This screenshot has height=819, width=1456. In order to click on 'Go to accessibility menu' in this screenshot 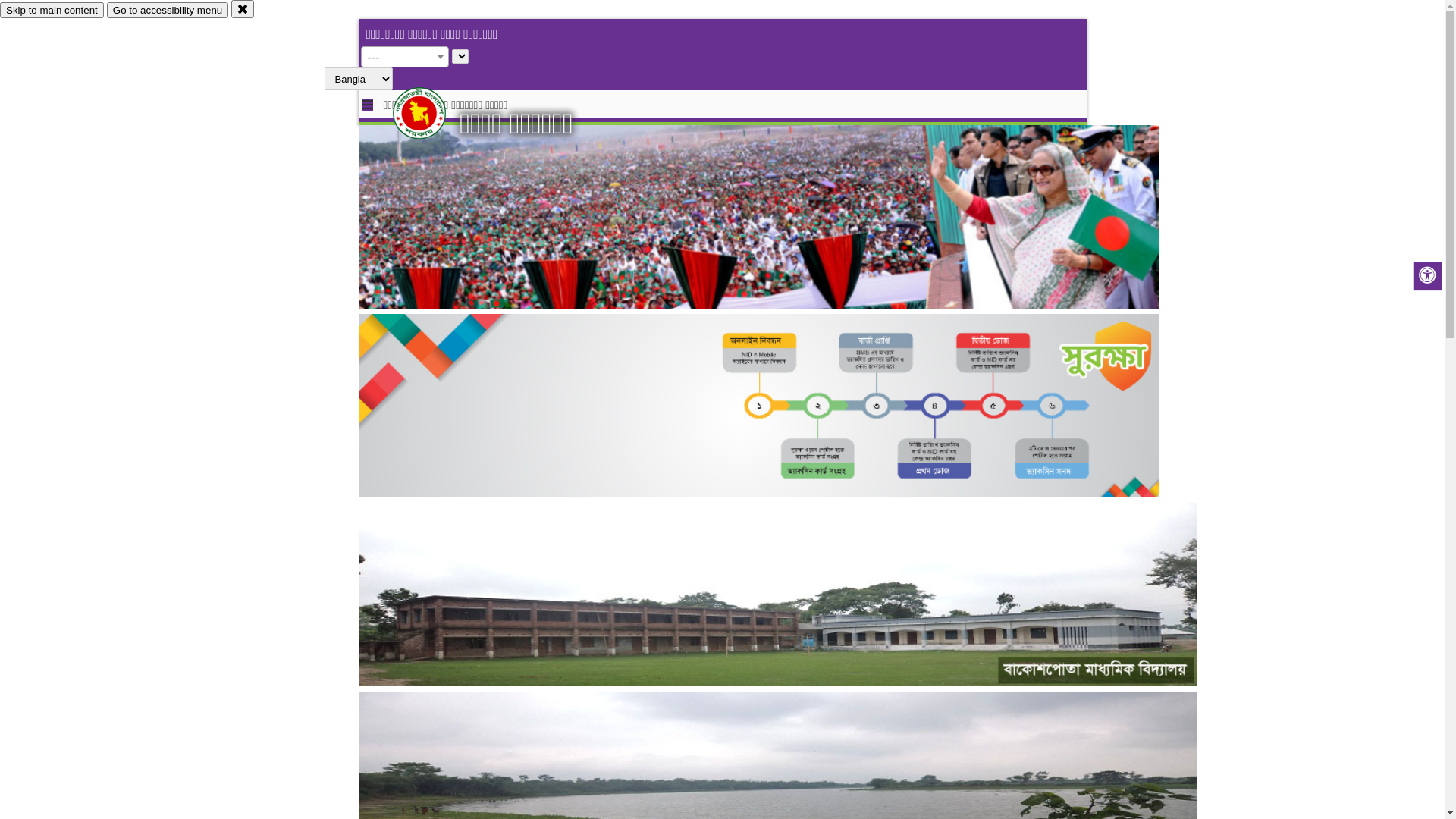, I will do `click(167, 10)`.